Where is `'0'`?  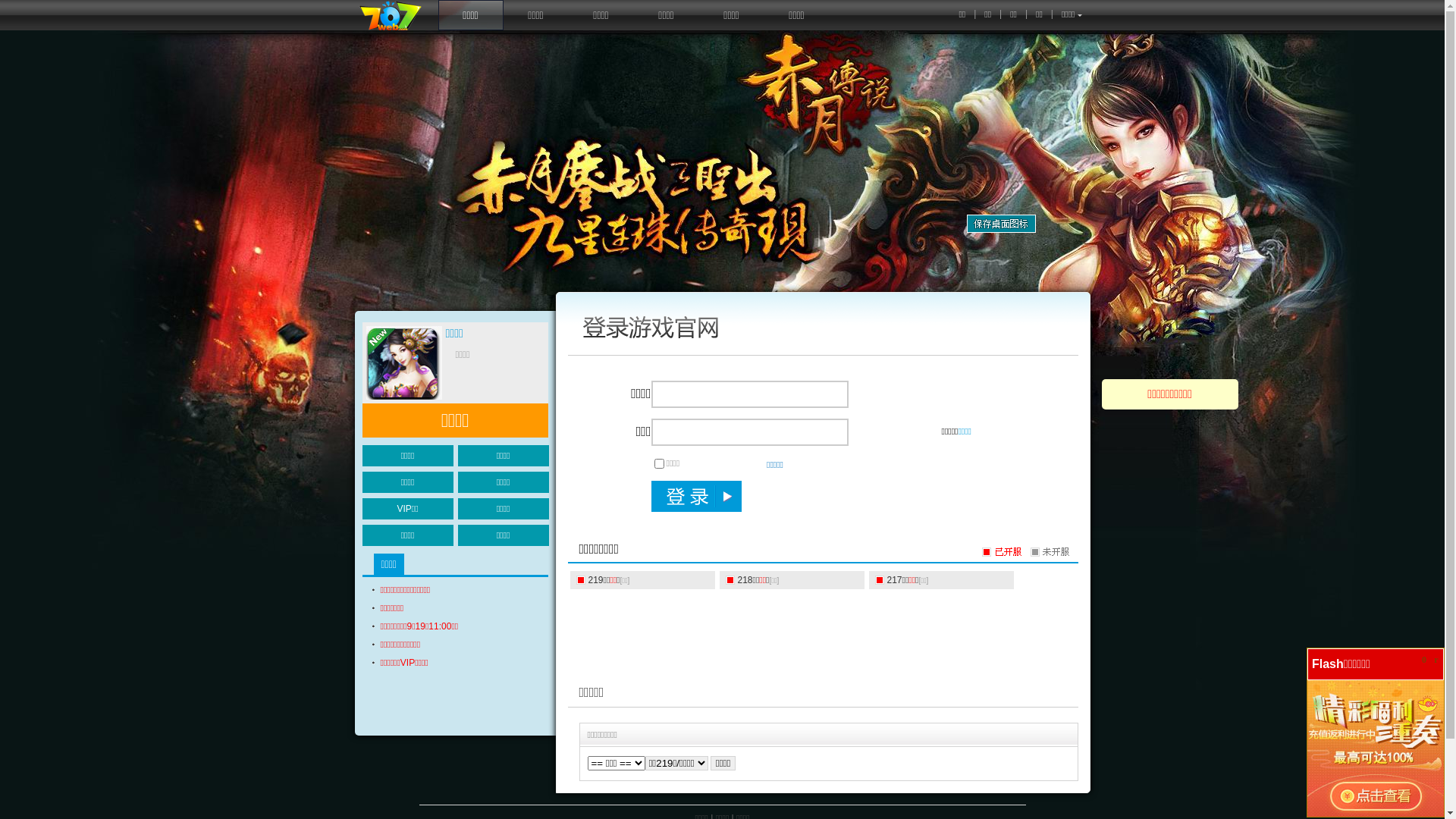
'0' is located at coordinates (1423, 659).